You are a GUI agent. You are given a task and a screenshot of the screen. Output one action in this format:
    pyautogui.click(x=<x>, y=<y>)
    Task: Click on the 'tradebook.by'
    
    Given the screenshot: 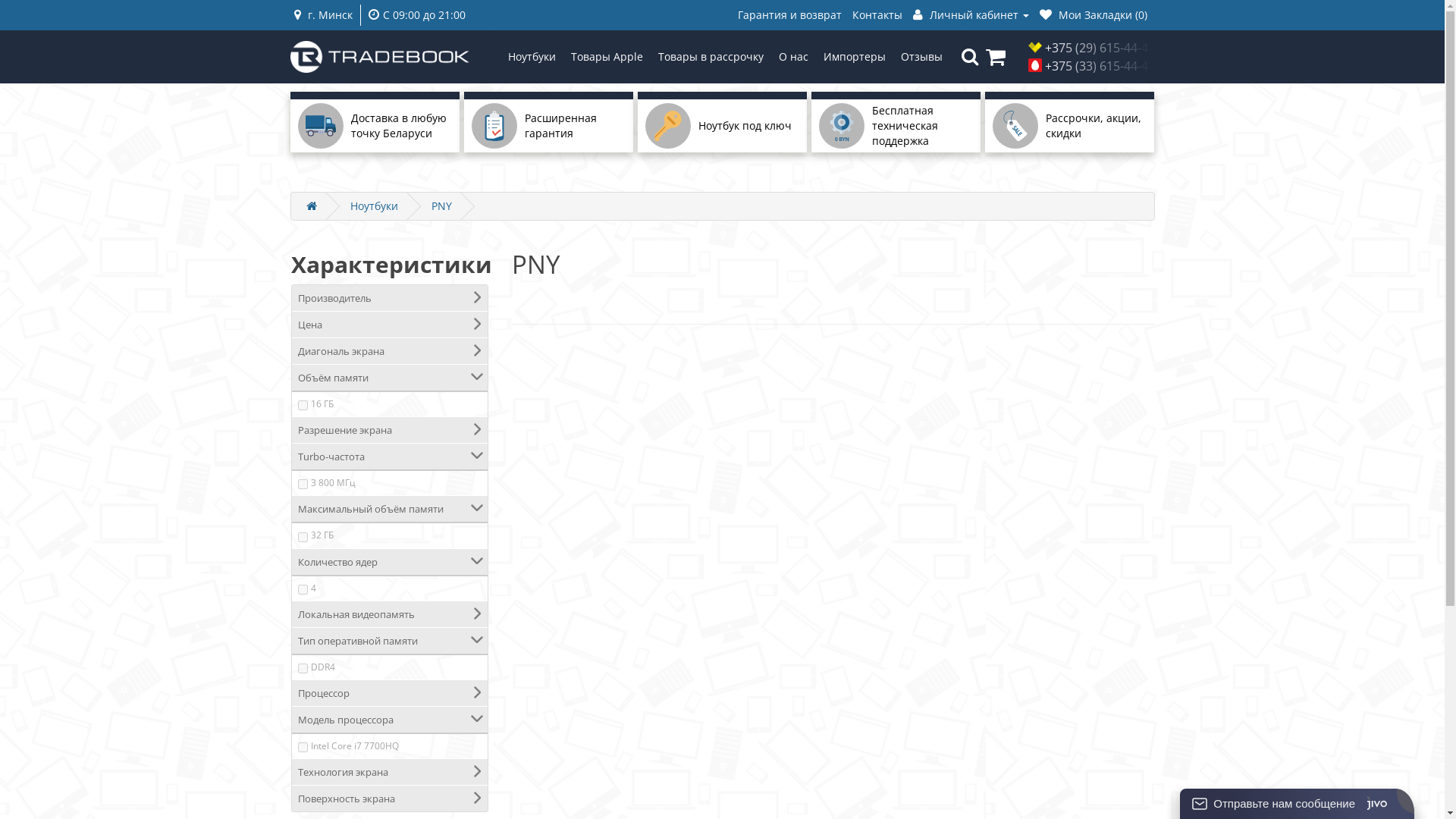 What is the action you would take?
    pyautogui.click(x=379, y=55)
    